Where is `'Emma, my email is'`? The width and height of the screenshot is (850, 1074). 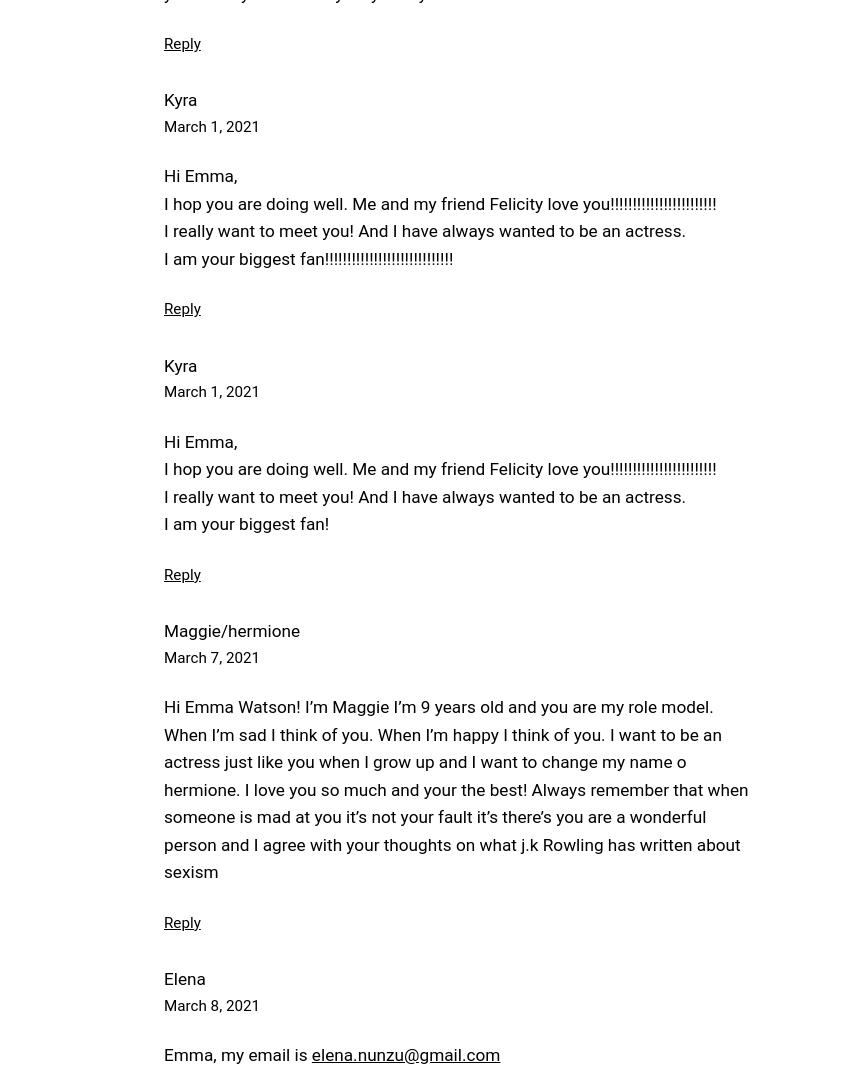 'Emma, my email is' is located at coordinates (163, 1054).